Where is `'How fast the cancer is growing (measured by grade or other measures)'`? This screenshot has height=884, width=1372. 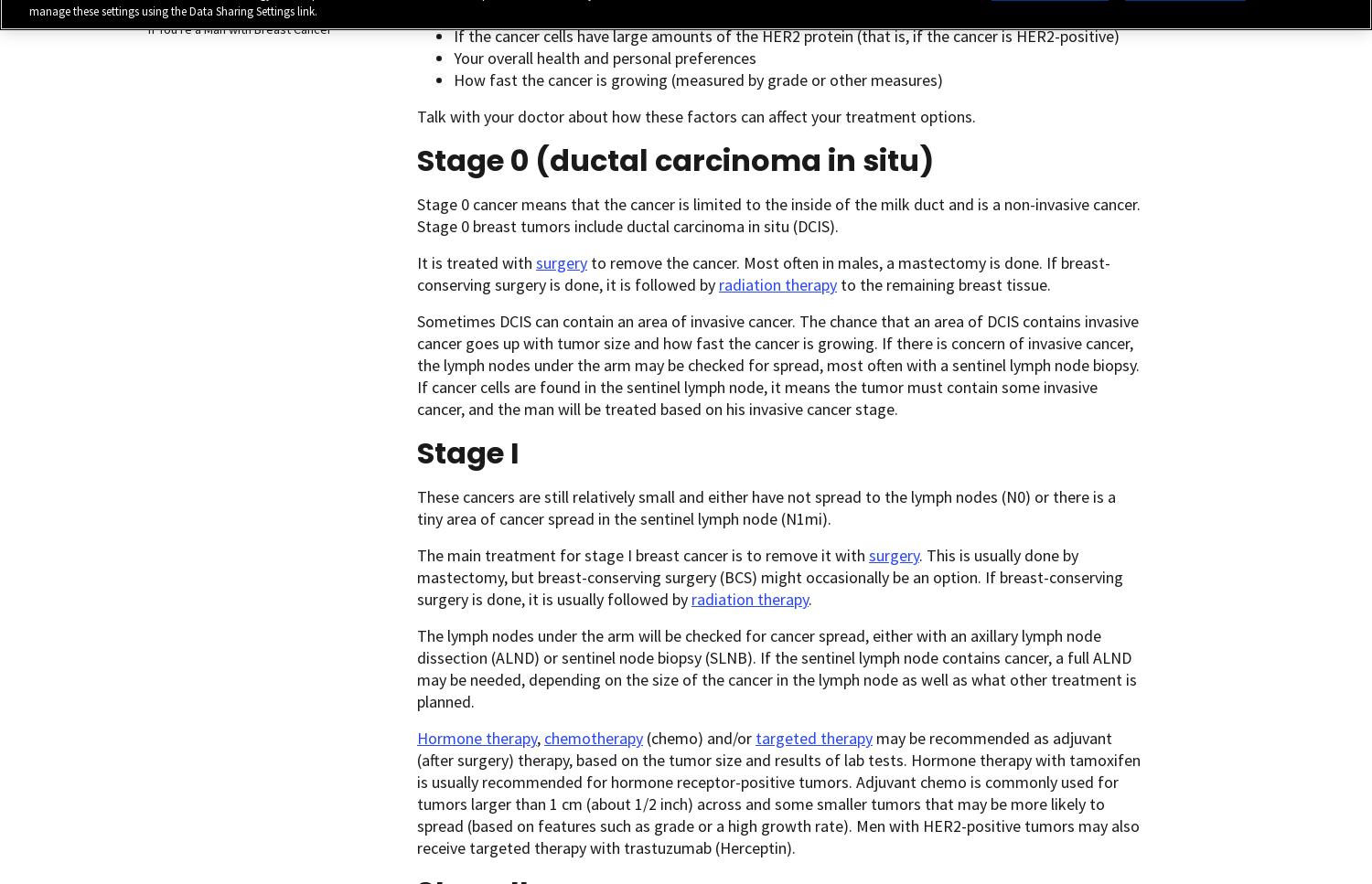
'How fast the cancer is growing (measured by grade or other measures)' is located at coordinates (698, 80).